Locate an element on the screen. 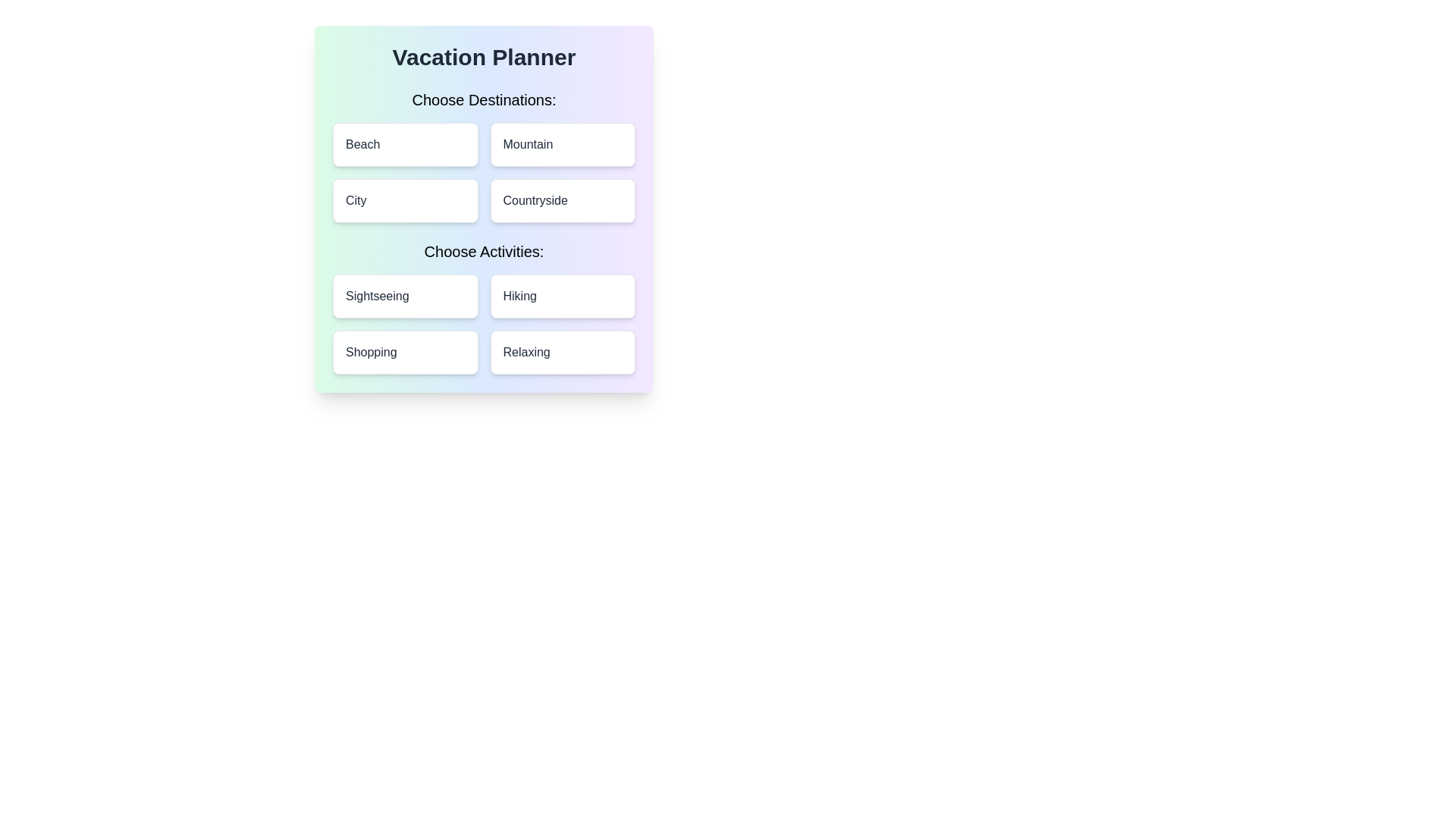 This screenshot has height=819, width=1456. the text label displaying 'Shopping' in bold black font, located in the lower-left quadrant of the 'Choose Activities' section, aligned to the left of 'Relaxing' is located at coordinates (371, 353).